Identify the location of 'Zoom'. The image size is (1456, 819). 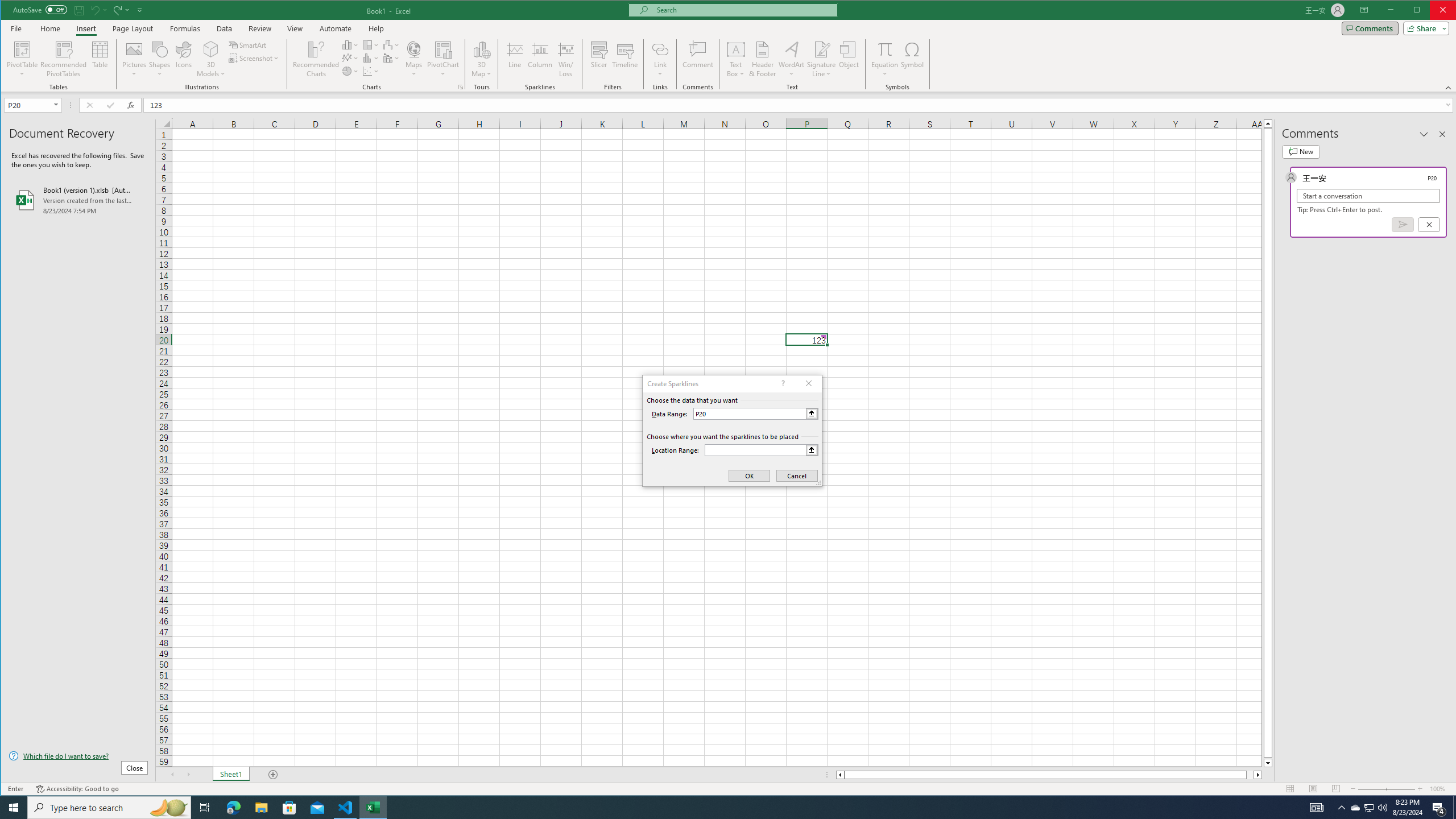
(1386, 788).